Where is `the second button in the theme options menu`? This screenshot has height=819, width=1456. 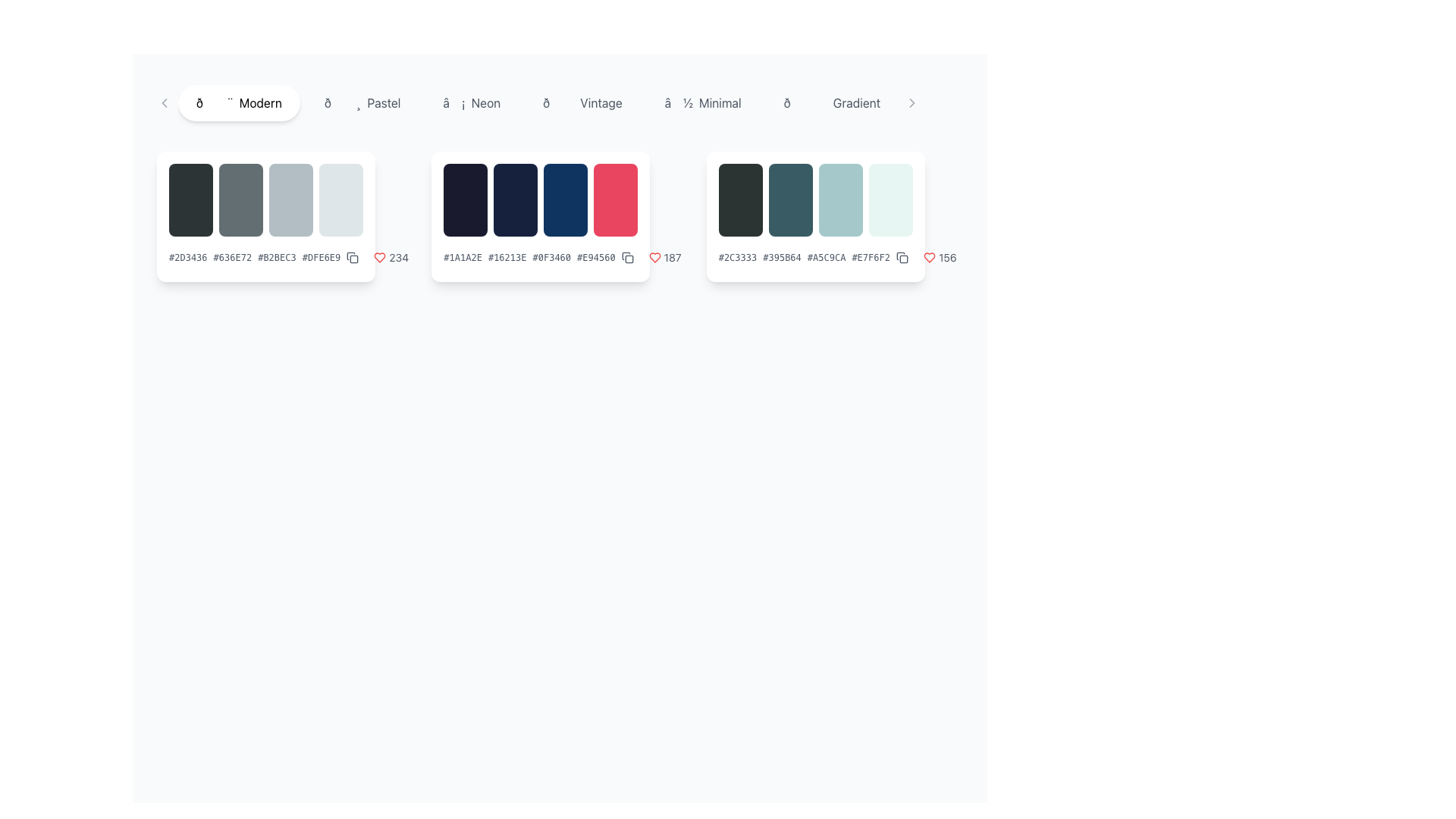 the second button in the theme options menu is located at coordinates (362, 102).